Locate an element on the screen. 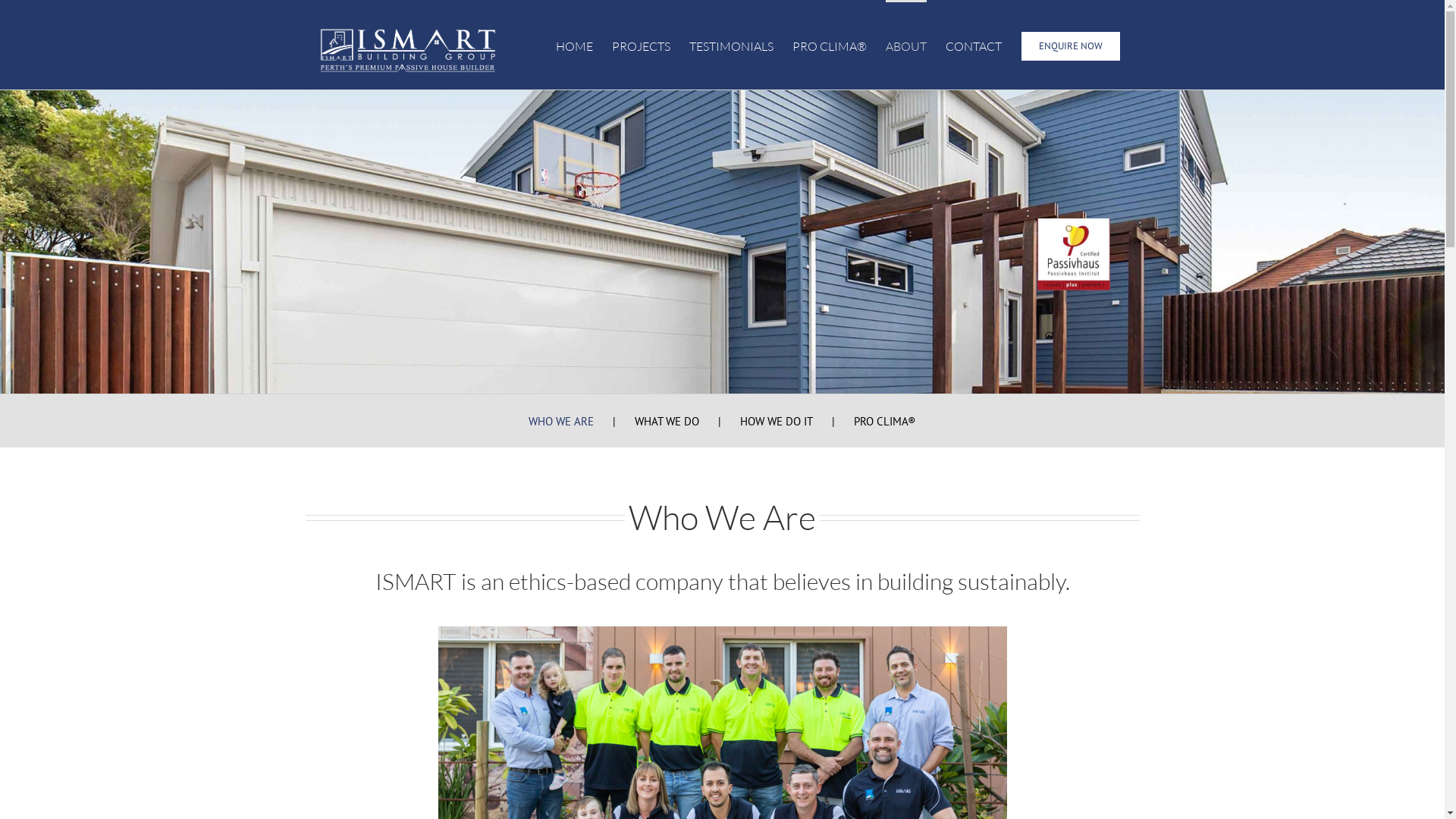  'WHO WE ARE' is located at coordinates (581, 422).